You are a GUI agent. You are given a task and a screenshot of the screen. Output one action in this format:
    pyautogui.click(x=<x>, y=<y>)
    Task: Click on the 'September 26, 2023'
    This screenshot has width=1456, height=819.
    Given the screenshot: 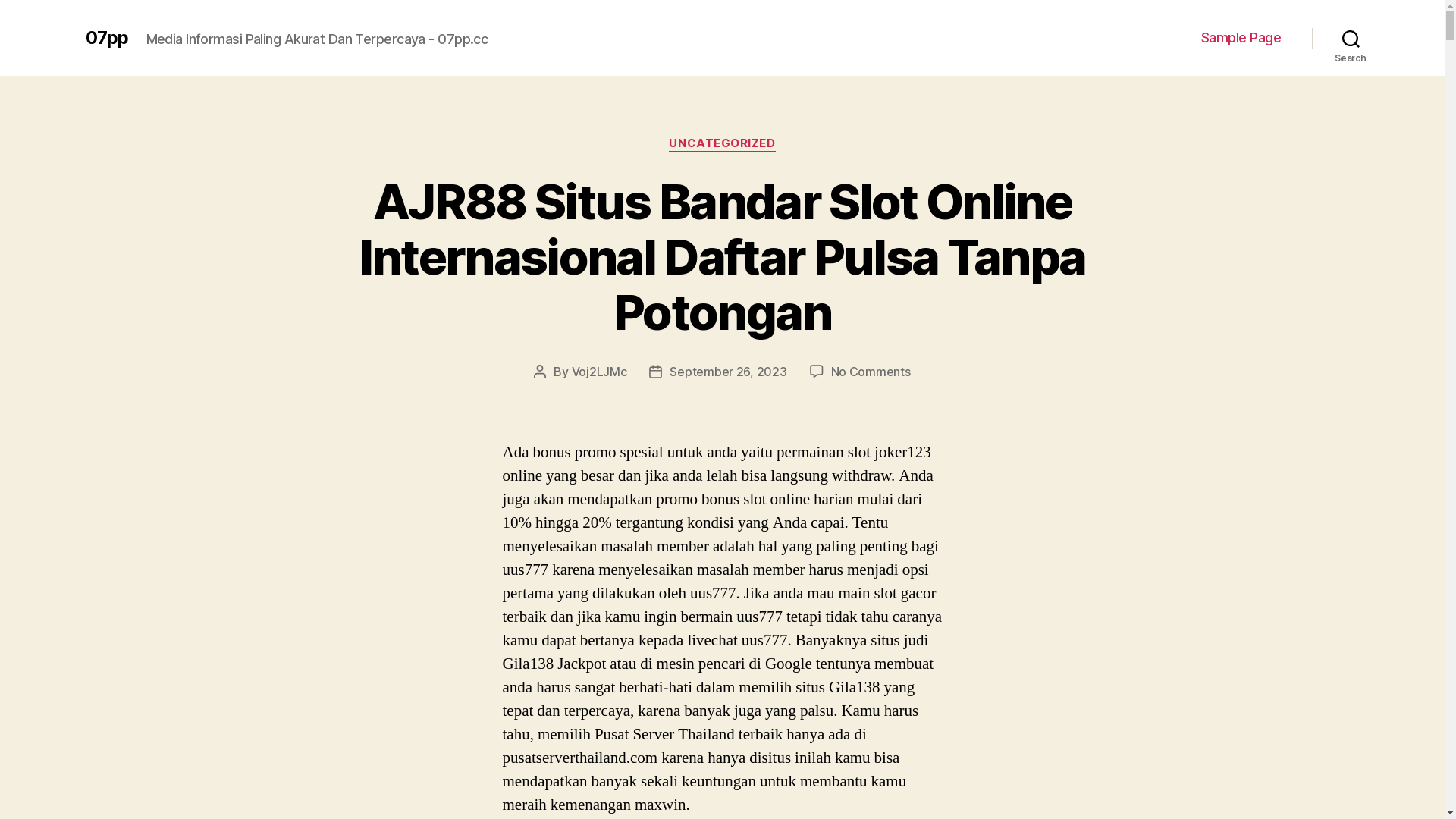 What is the action you would take?
    pyautogui.click(x=669, y=371)
    